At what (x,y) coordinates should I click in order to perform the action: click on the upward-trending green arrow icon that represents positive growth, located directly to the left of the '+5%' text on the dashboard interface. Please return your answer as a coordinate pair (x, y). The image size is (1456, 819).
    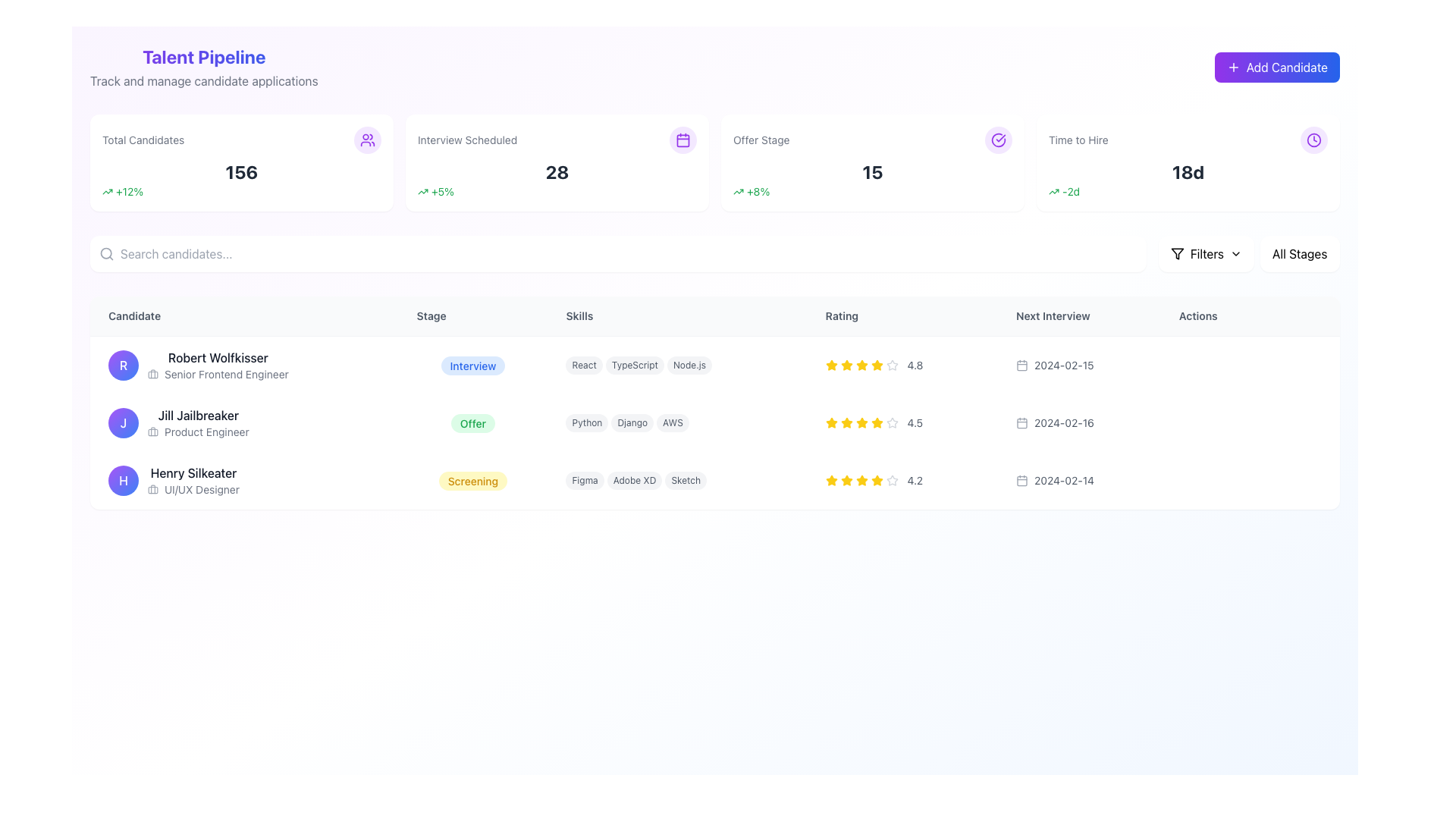
    Looking at the image, I should click on (422, 191).